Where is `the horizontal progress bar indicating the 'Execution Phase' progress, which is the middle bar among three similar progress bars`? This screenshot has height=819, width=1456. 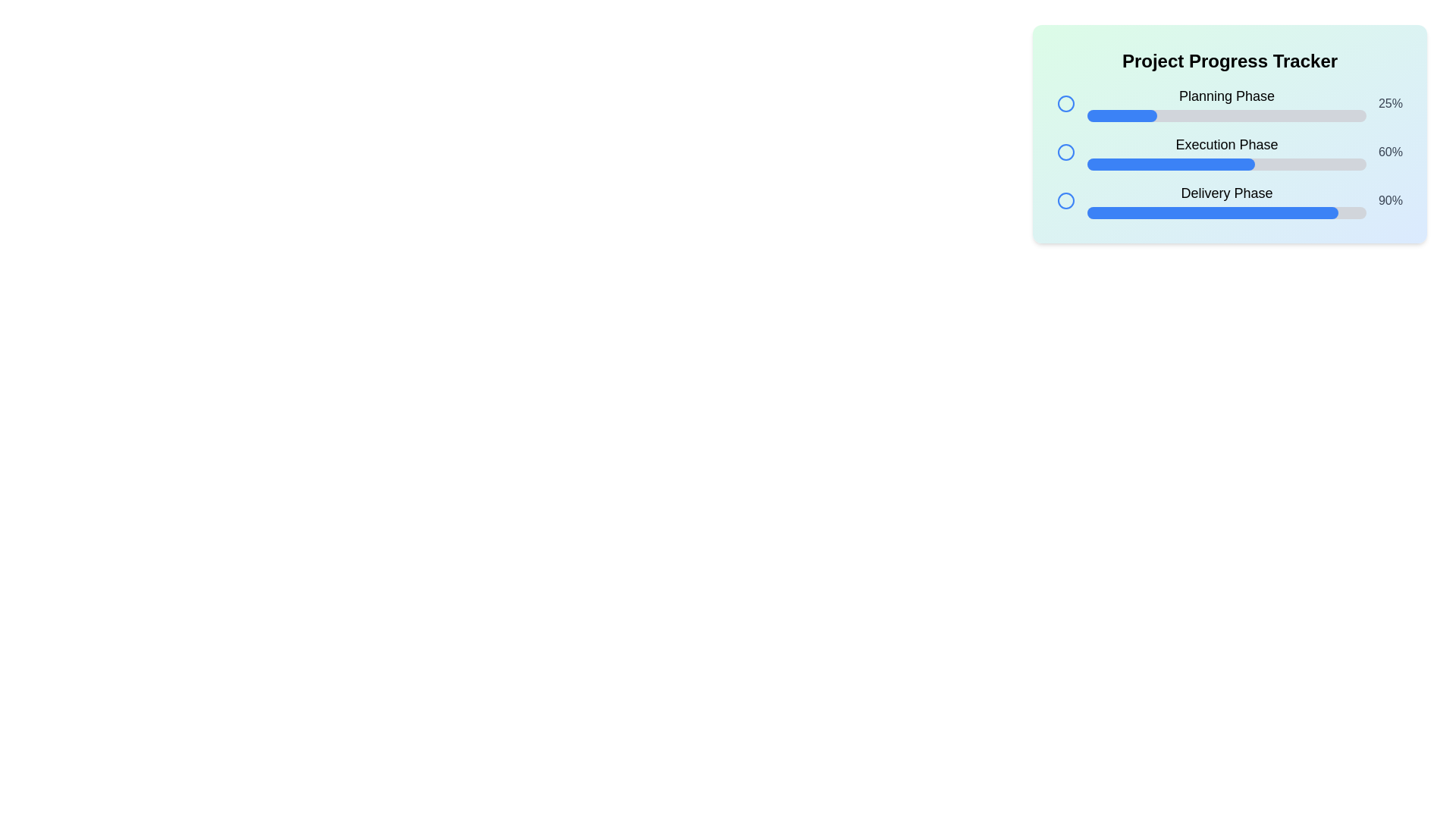
the horizontal progress bar indicating the 'Execution Phase' progress, which is the middle bar among three similar progress bars is located at coordinates (1226, 164).